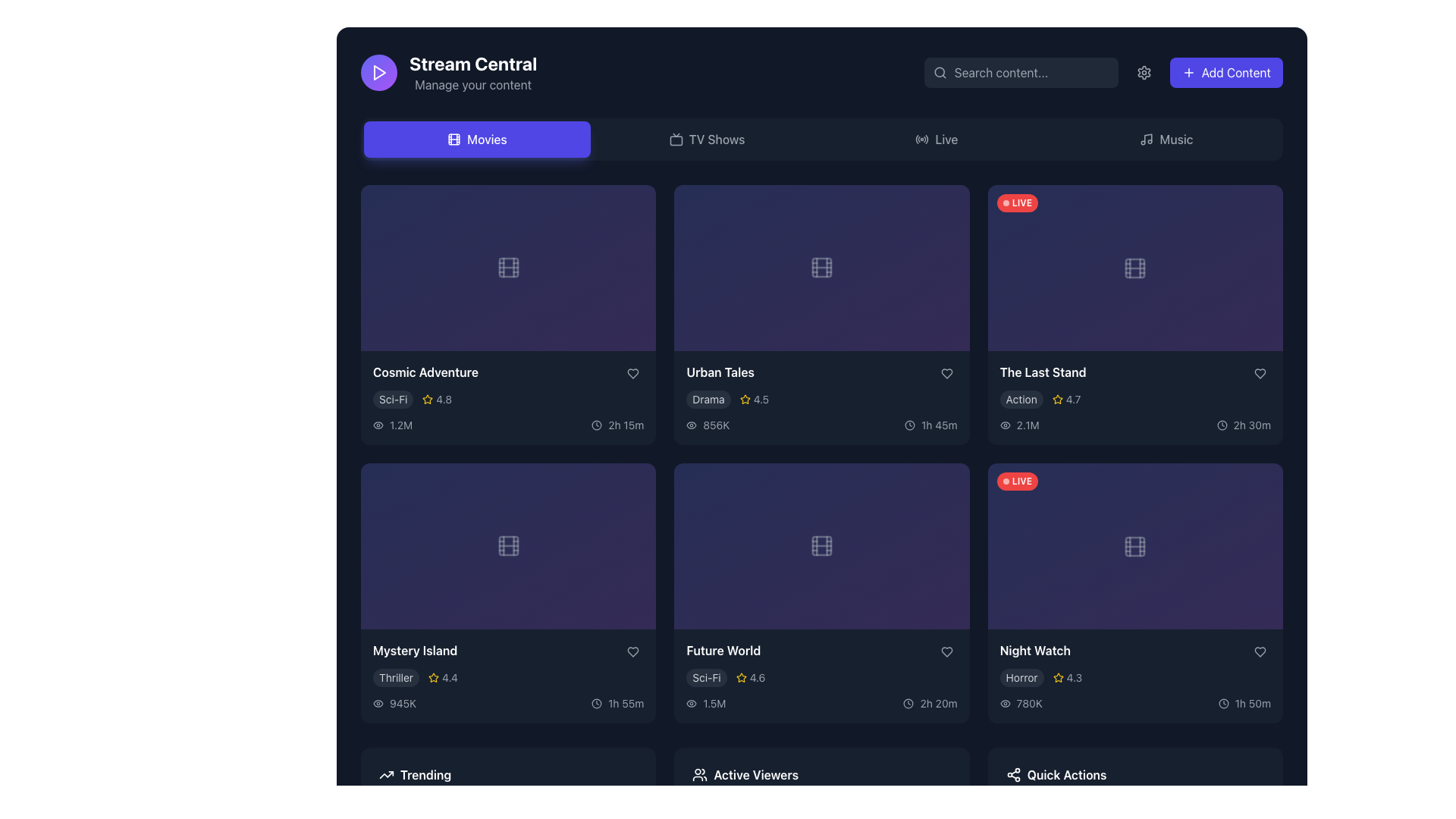 The width and height of the screenshot is (1456, 819). What do you see at coordinates (379, 73) in the screenshot?
I see `the circular icon in the top-left segment of the application interface near the title 'Stream Central', which likely indicates video playback or streaming functionality` at bounding box center [379, 73].